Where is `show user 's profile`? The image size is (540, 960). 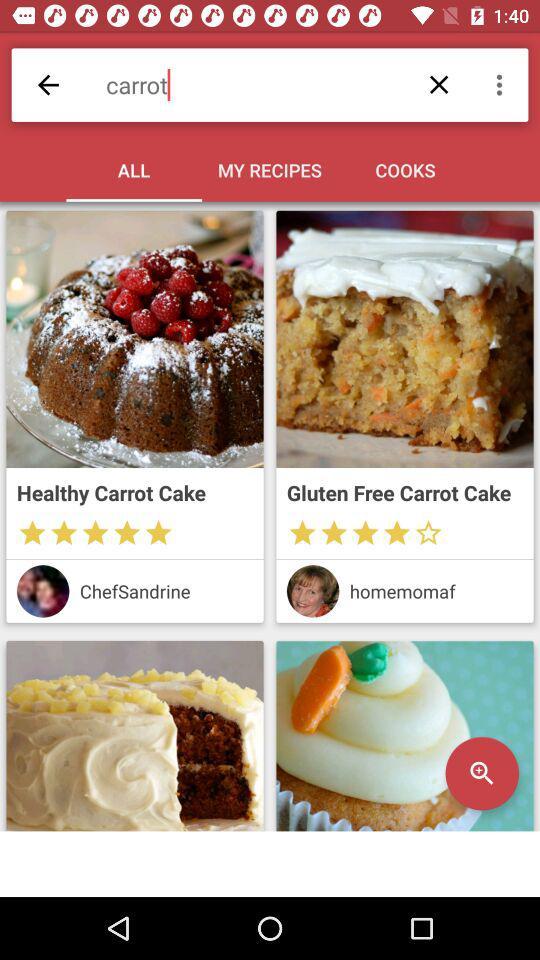 show user 's profile is located at coordinates (313, 591).